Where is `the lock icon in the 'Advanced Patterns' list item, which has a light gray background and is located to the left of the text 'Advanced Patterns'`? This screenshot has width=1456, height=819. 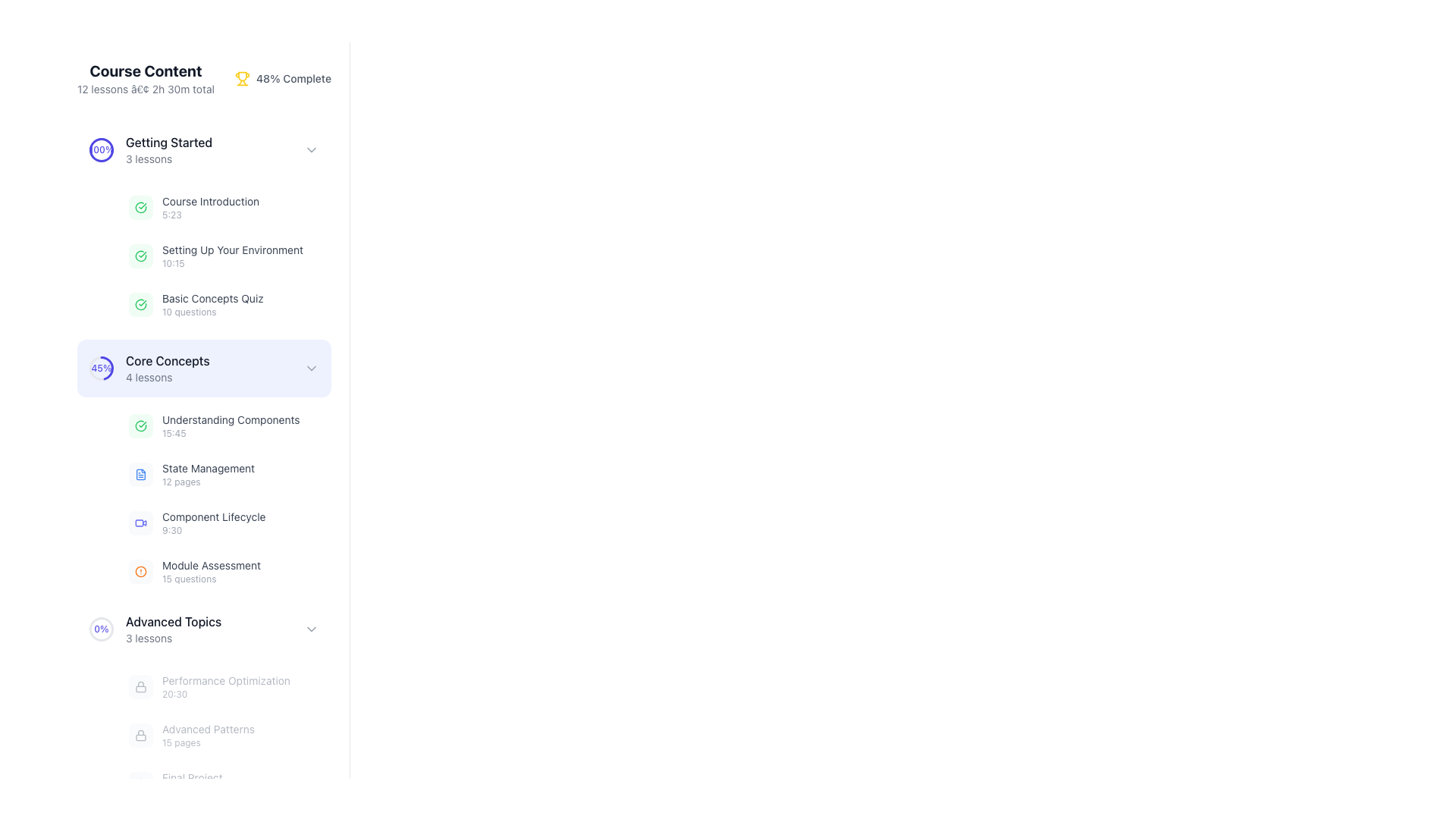 the lock icon in the 'Advanced Patterns' list item, which has a light gray background and is located to the left of the text 'Advanced Patterns' is located at coordinates (141, 734).